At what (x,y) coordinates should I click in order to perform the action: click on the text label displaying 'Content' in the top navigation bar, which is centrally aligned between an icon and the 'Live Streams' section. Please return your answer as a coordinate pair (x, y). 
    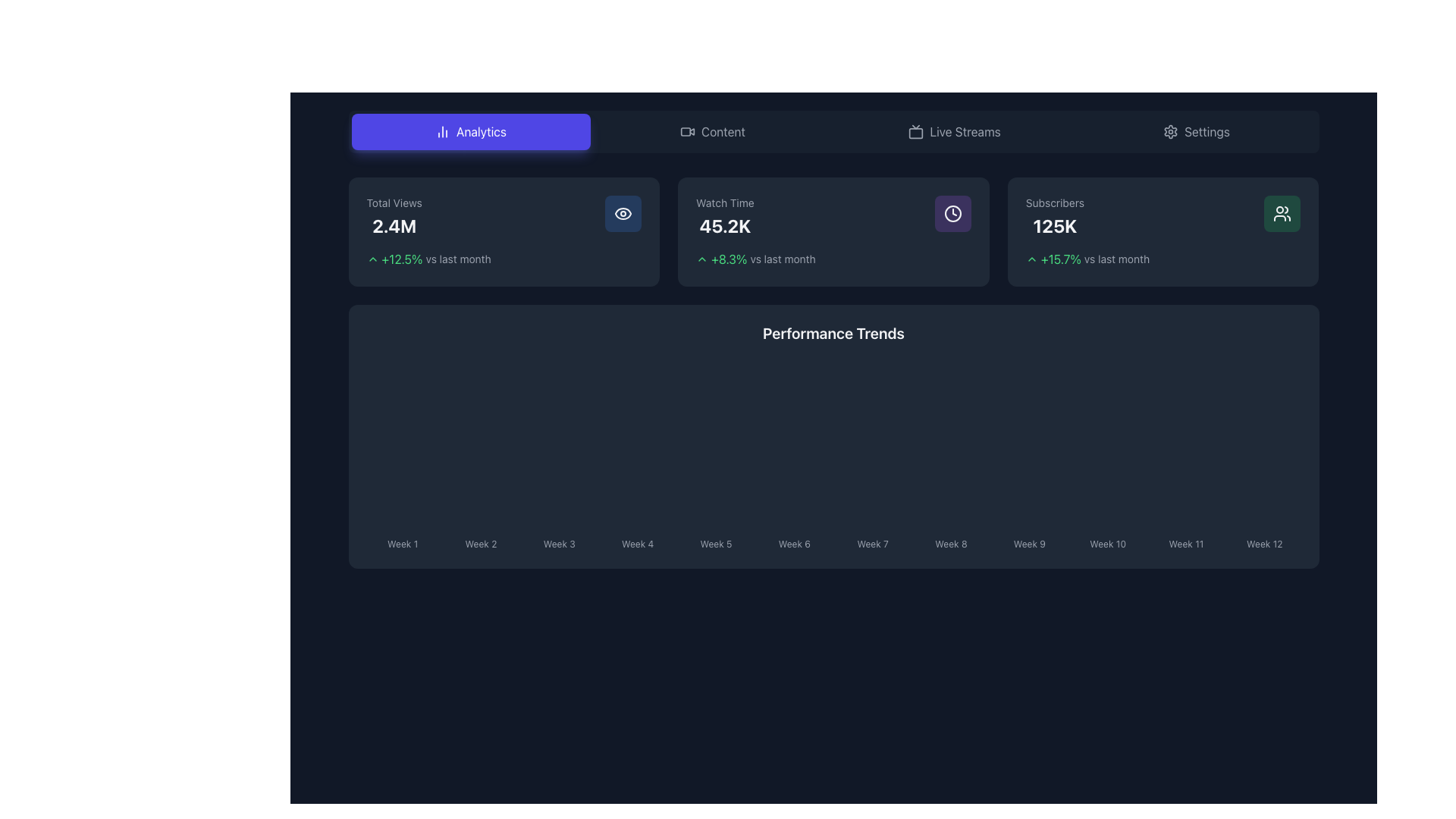
    Looking at the image, I should click on (723, 130).